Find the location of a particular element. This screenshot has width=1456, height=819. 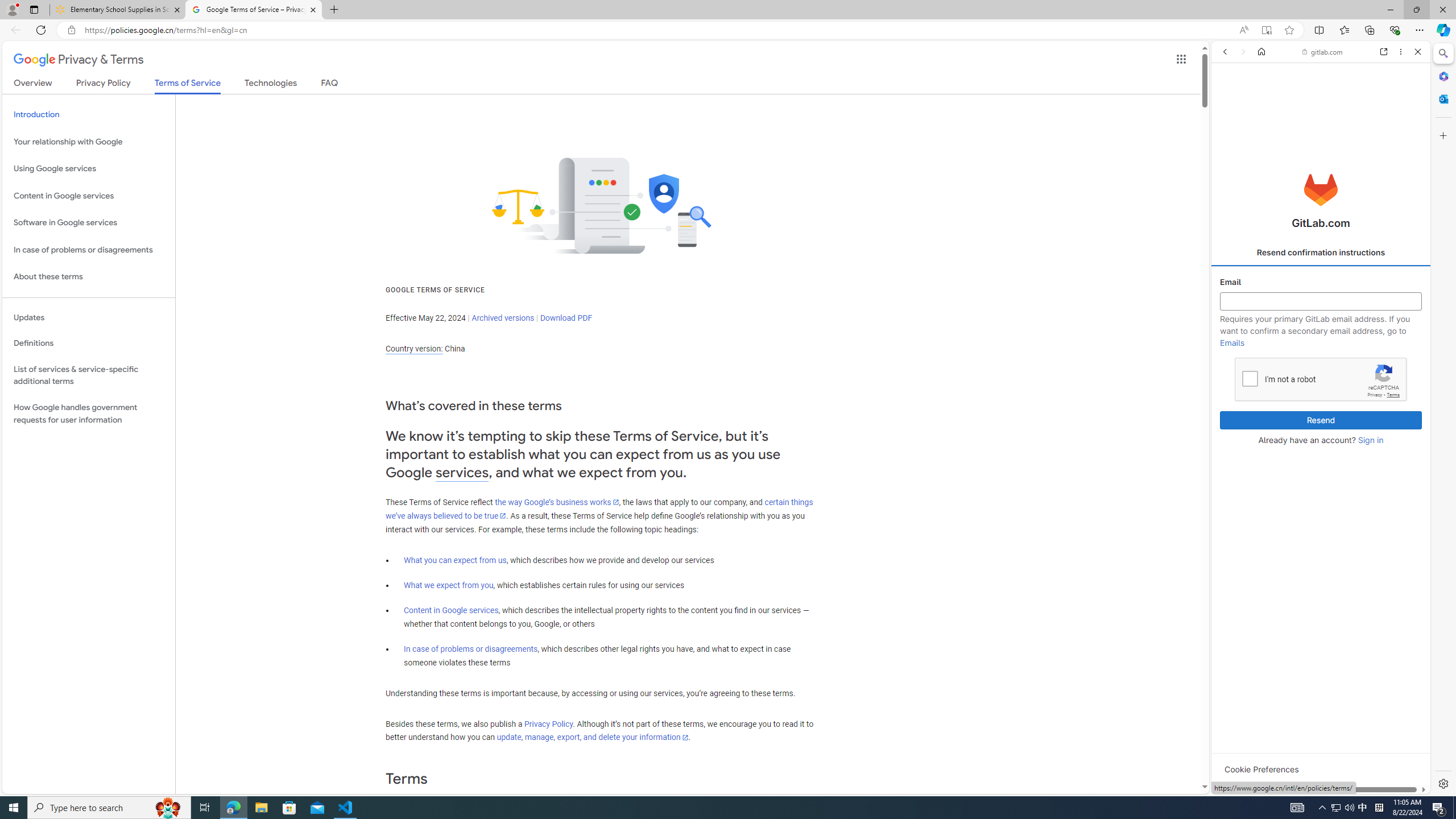

'Terms' is located at coordinates (1393, 394).